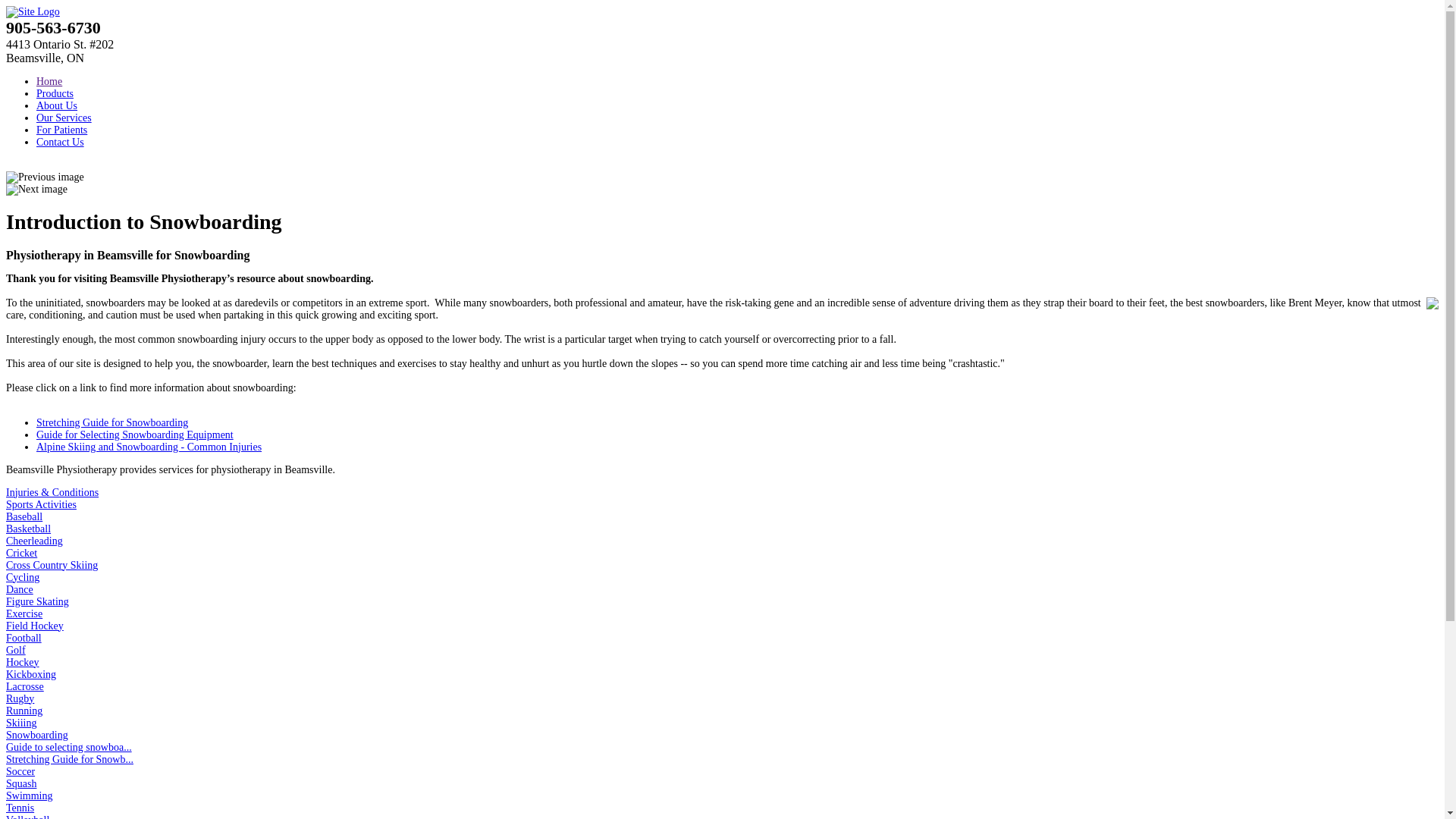 The image size is (1456, 819). What do you see at coordinates (24, 613) in the screenshot?
I see `'Exercise'` at bounding box center [24, 613].